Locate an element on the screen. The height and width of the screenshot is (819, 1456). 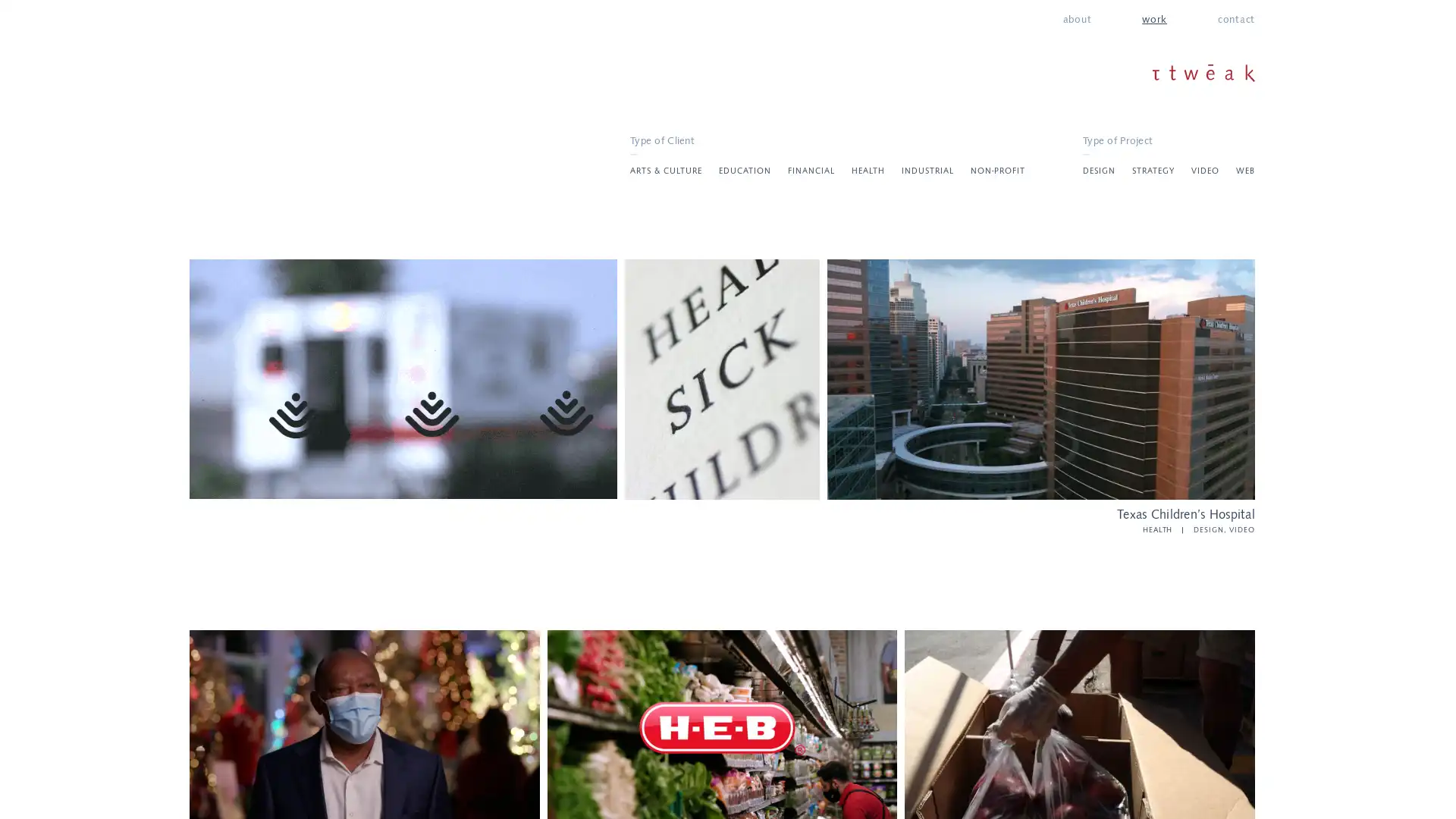
INDUSTRIAL is located at coordinates (927, 171).